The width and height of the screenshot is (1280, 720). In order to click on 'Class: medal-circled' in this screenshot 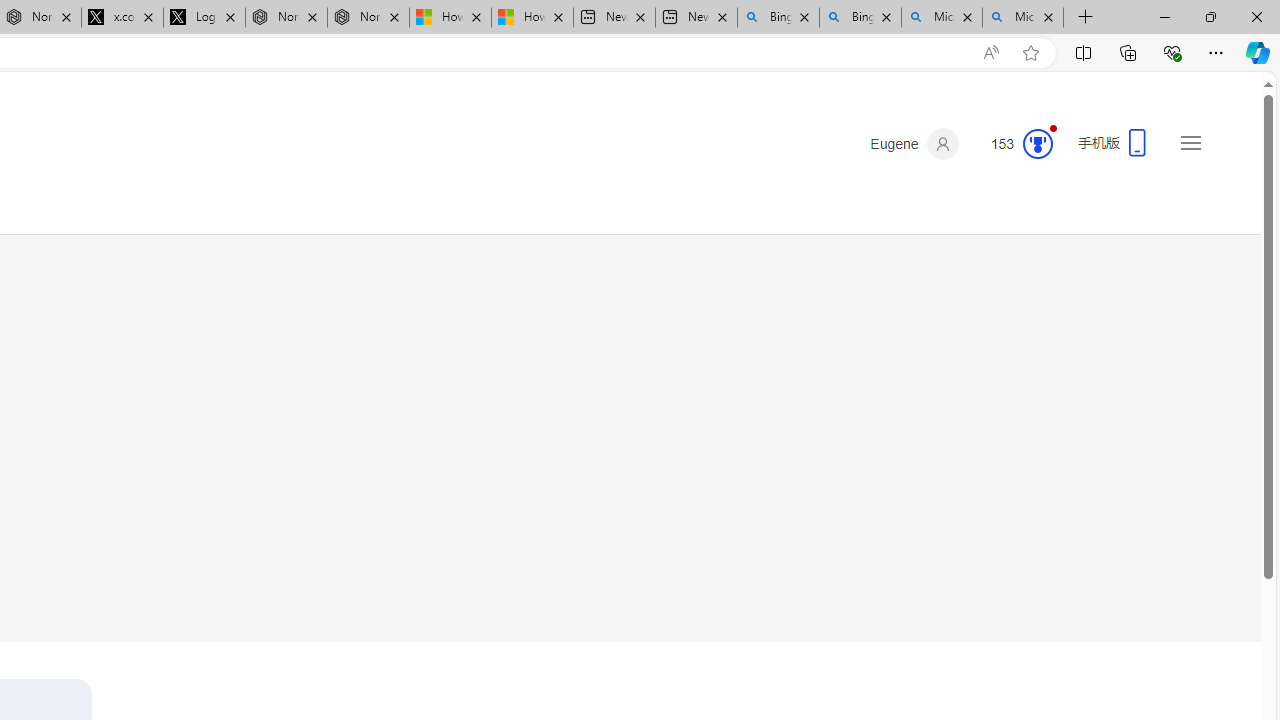, I will do `click(1037, 143)`.